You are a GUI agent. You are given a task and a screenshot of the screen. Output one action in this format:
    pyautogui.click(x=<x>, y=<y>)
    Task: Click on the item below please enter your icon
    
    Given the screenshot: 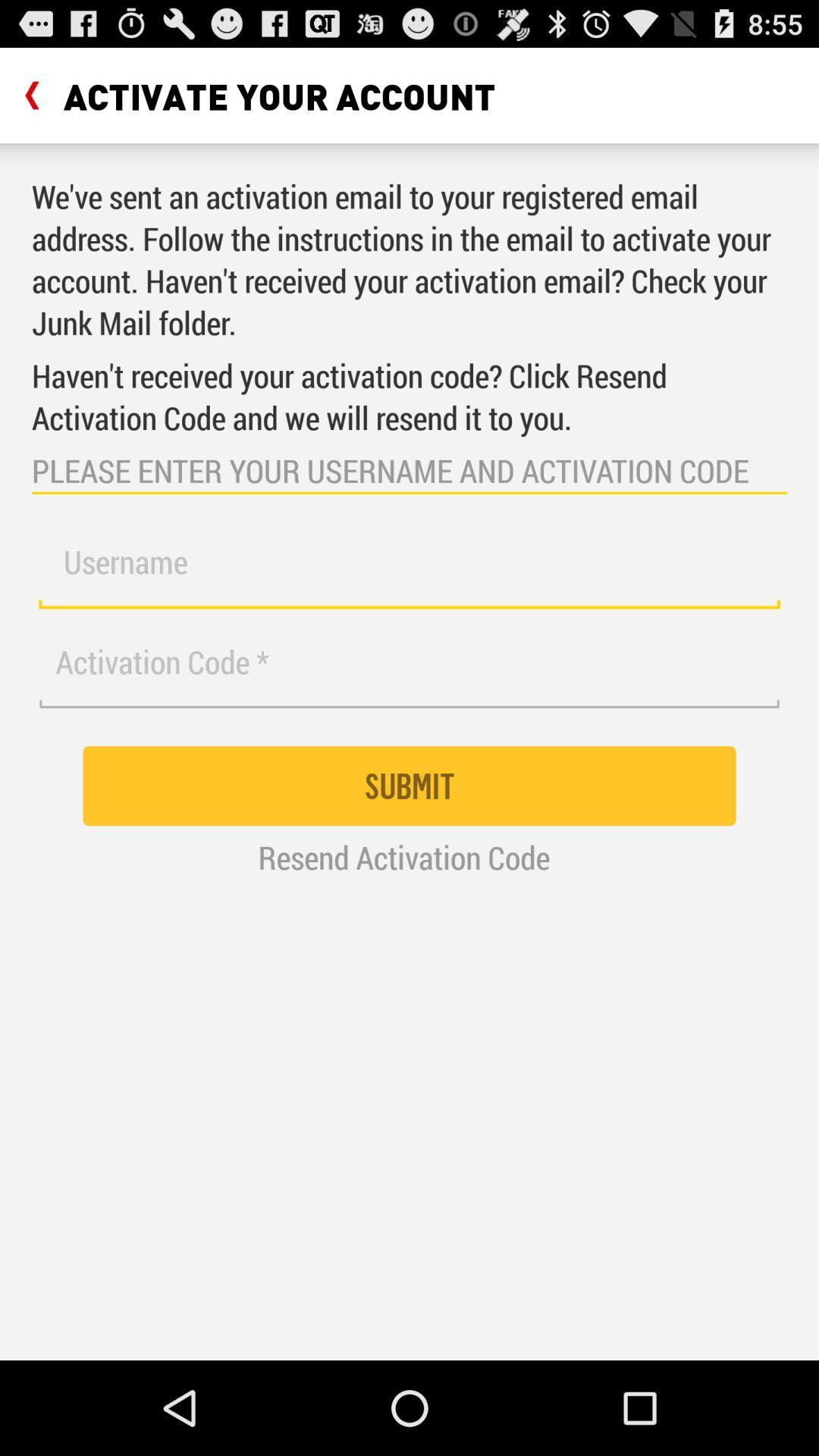 What is the action you would take?
    pyautogui.click(x=409, y=570)
    